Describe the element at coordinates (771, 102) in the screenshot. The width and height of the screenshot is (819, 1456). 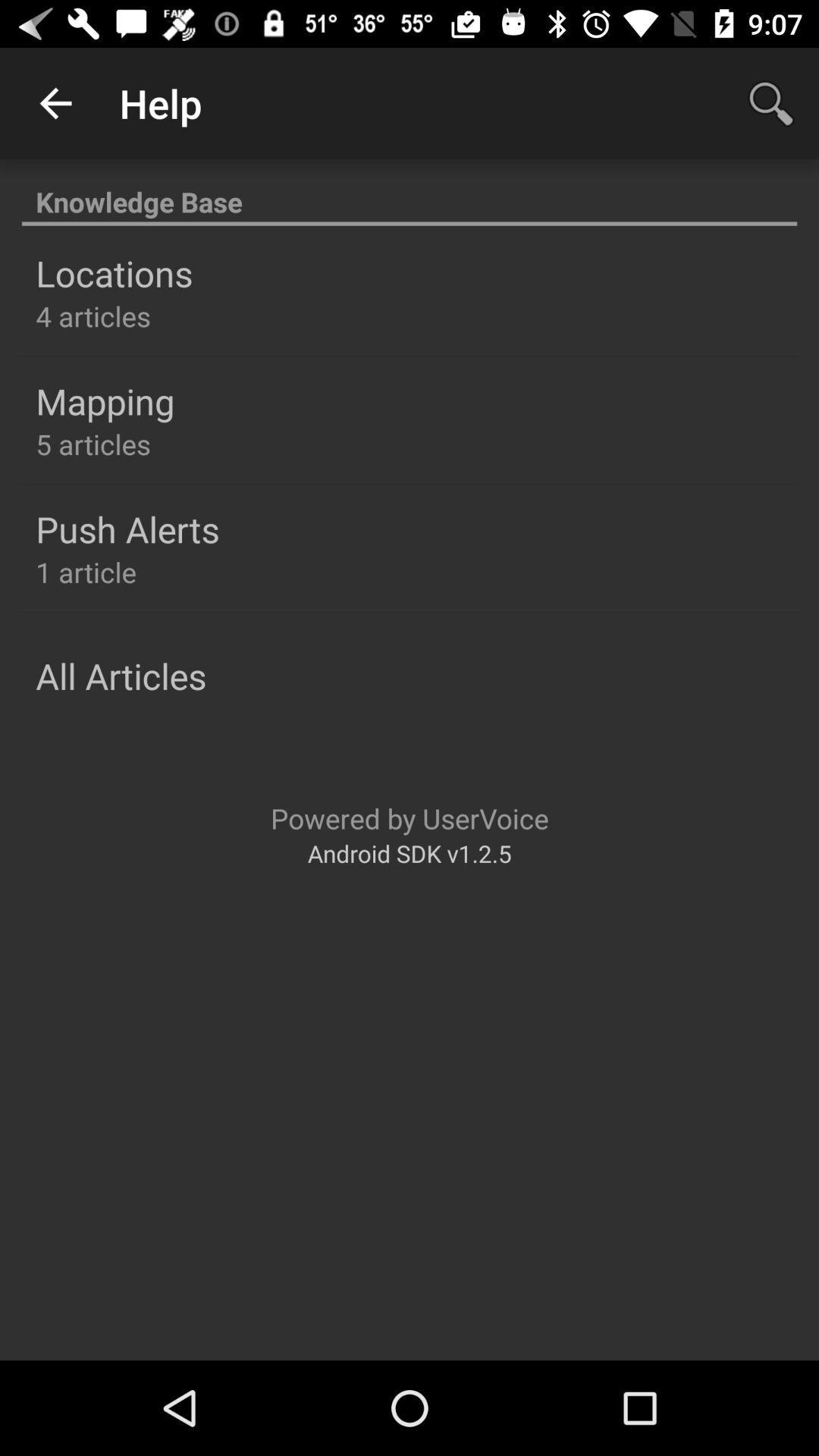
I see `the icon at the top right corner` at that location.